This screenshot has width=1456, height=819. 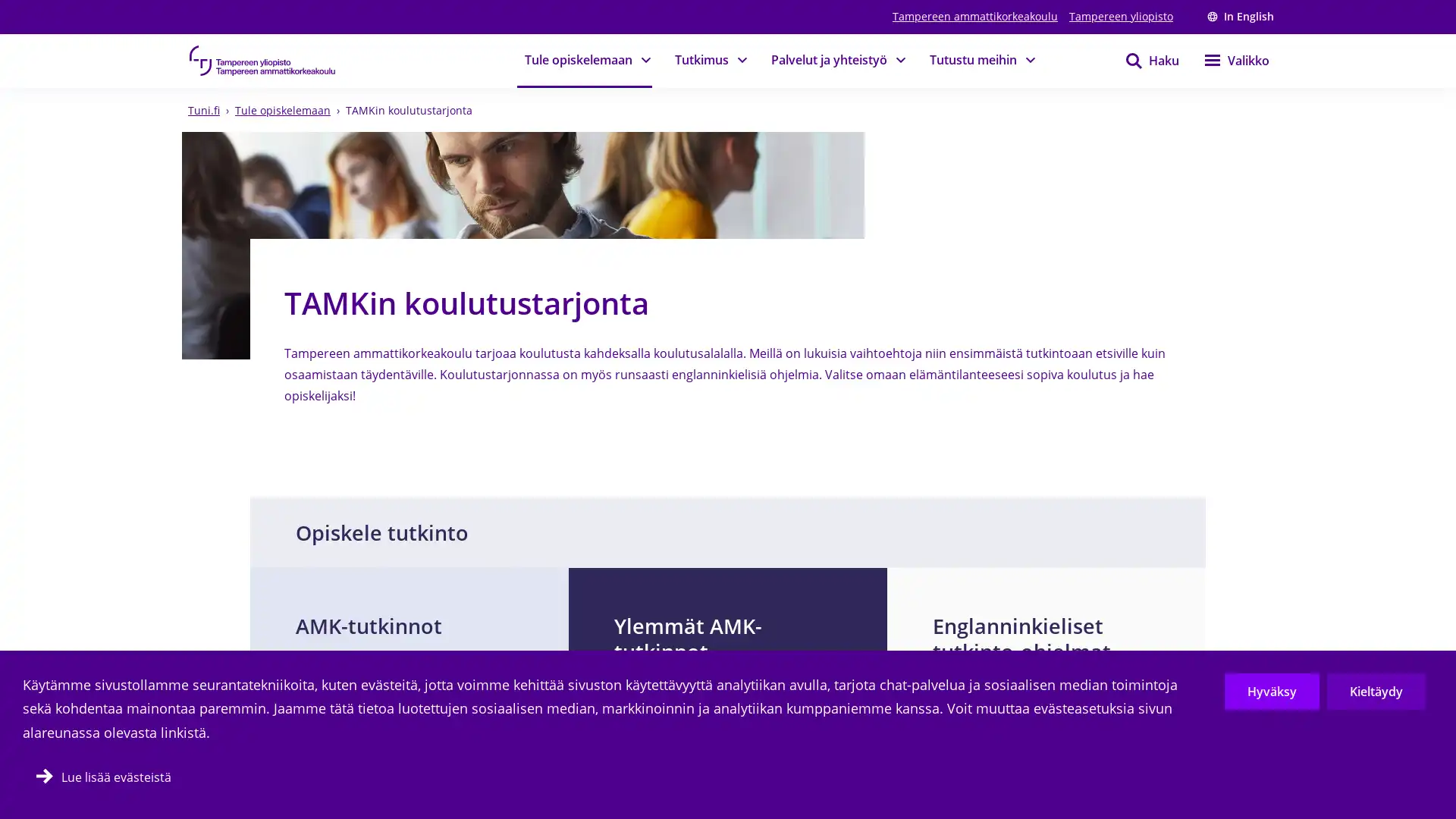 What do you see at coordinates (1376, 690) in the screenshot?
I see `Kieltaydy` at bounding box center [1376, 690].